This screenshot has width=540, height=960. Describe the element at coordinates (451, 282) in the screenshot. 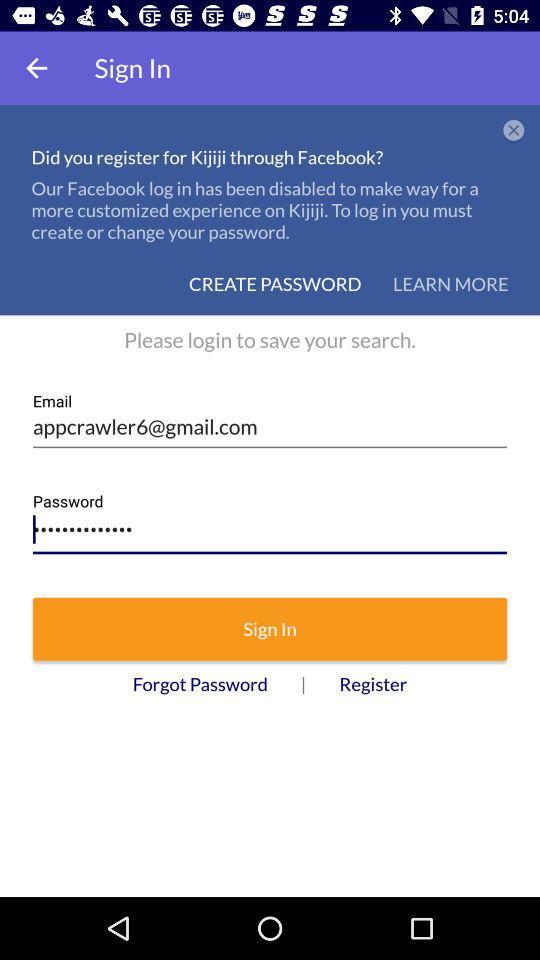

I see `the button learn more on the web page` at that location.